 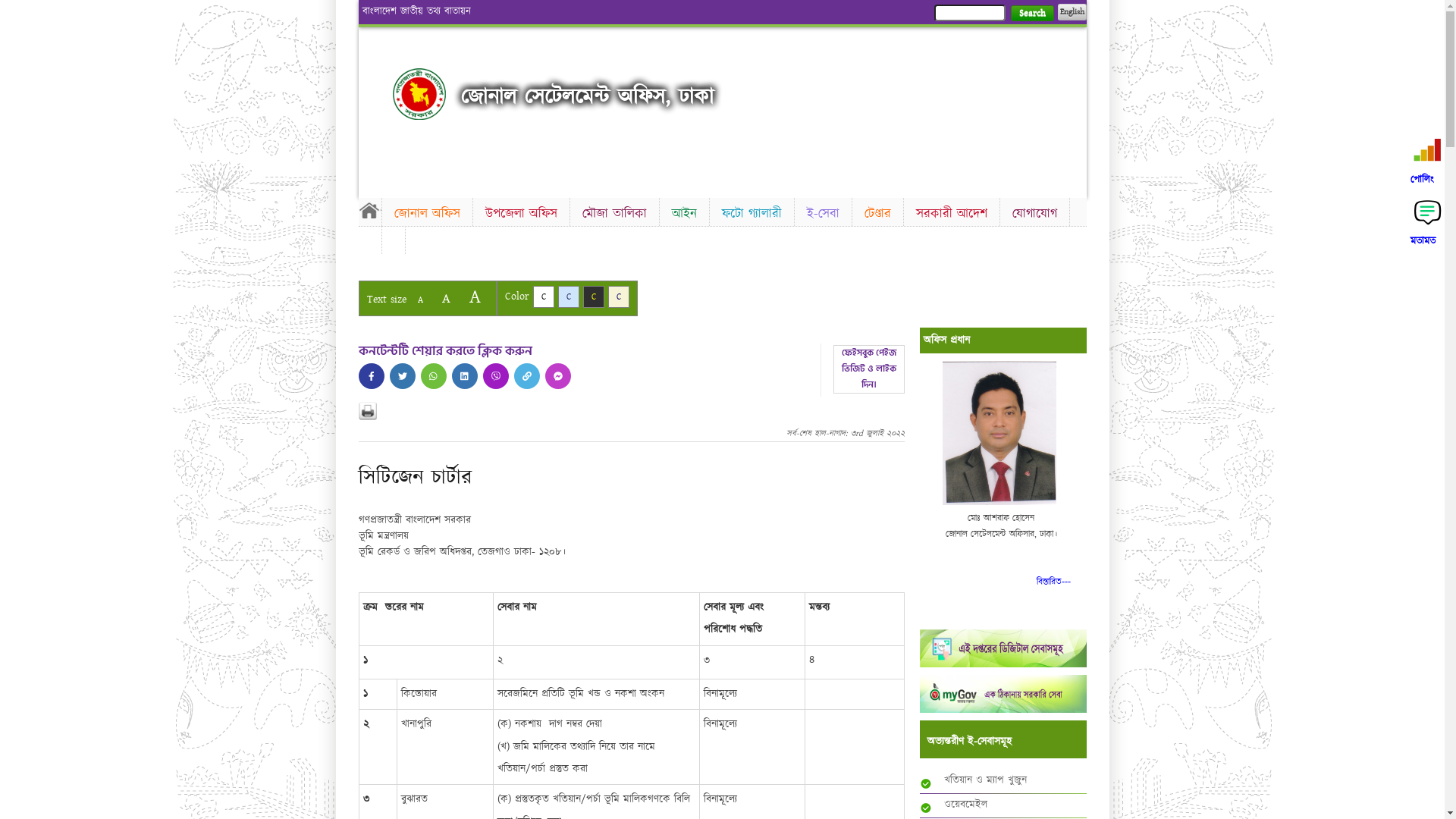 What do you see at coordinates (1009, 13) in the screenshot?
I see `'Search'` at bounding box center [1009, 13].